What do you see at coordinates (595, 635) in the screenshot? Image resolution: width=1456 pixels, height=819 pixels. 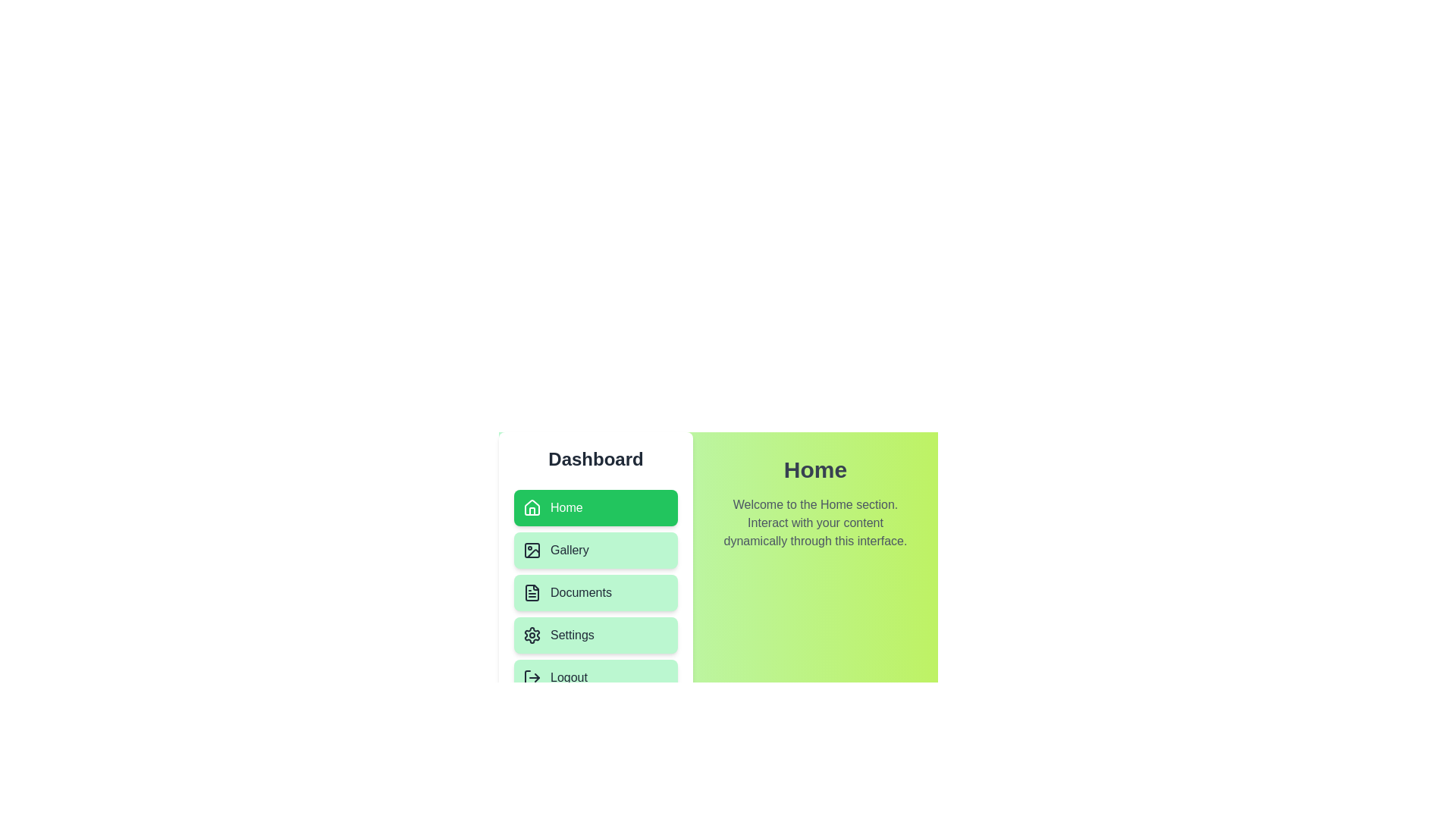 I see `the menu item Settings to navigate to its corresponding section` at bounding box center [595, 635].